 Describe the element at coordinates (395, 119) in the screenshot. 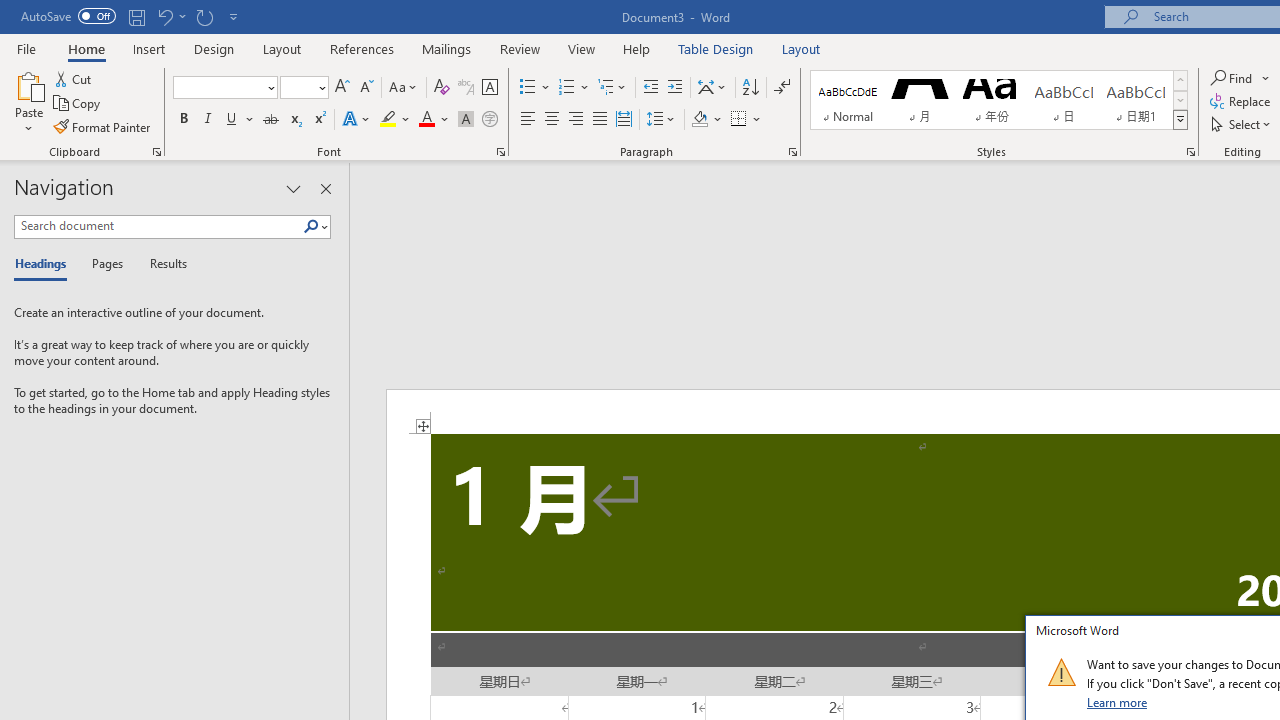

I see `'Text Highlight Color'` at that location.